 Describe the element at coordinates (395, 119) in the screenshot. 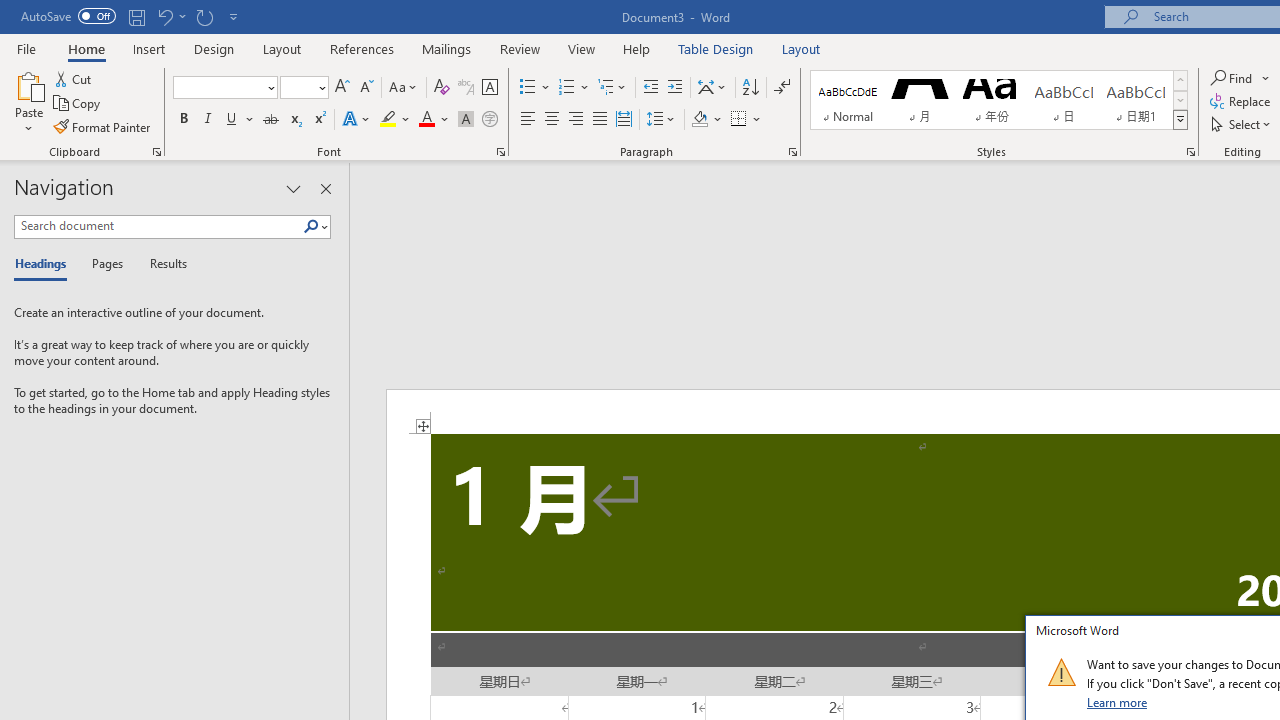

I see `'Text Highlight Color'` at that location.